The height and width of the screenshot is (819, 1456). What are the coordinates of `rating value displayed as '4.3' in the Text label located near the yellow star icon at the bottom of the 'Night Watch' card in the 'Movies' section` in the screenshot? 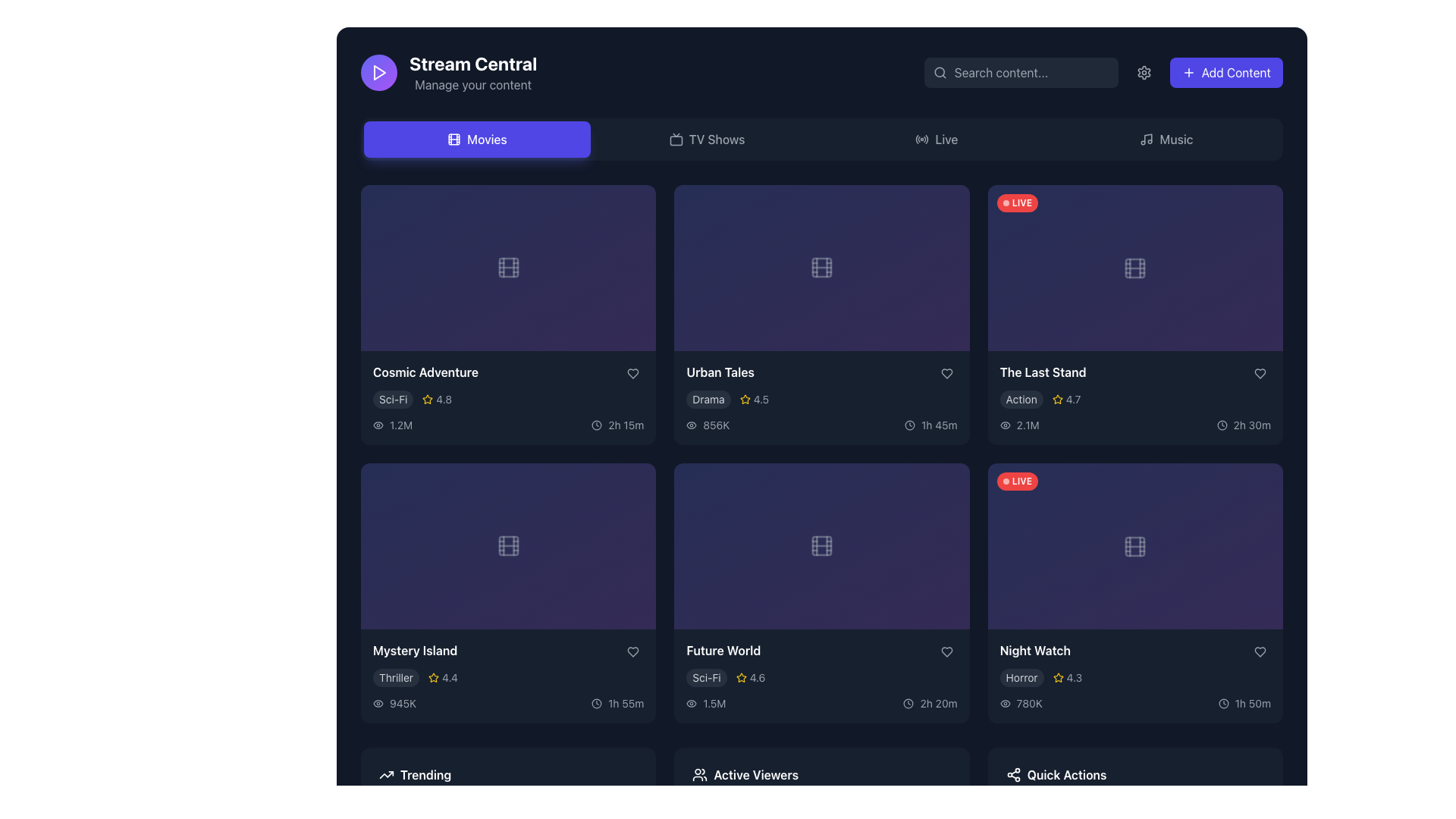 It's located at (1073, 677).